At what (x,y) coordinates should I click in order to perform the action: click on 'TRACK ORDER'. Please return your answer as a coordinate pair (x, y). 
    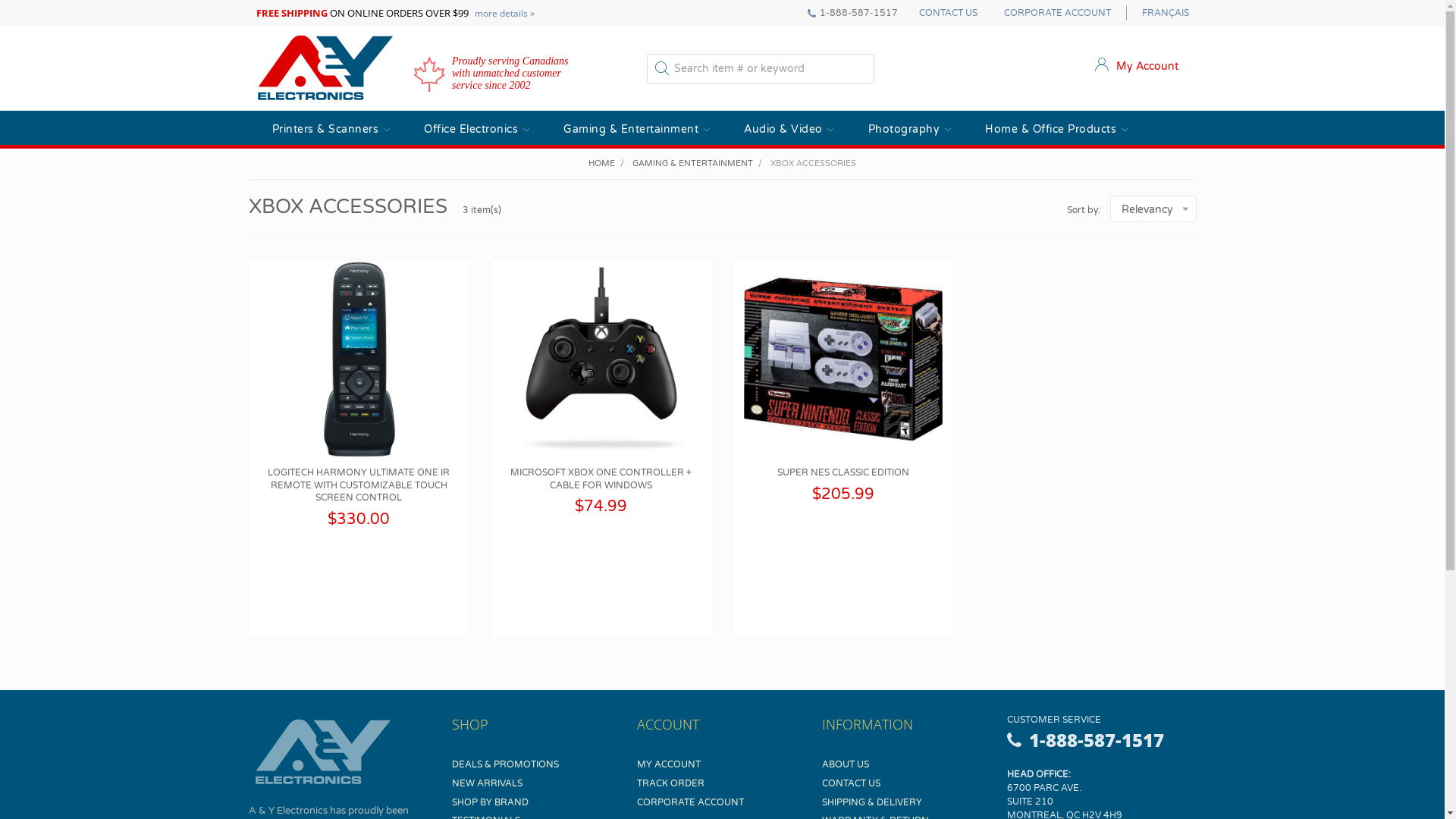
    Looking at the image, I should click on (670, 783).